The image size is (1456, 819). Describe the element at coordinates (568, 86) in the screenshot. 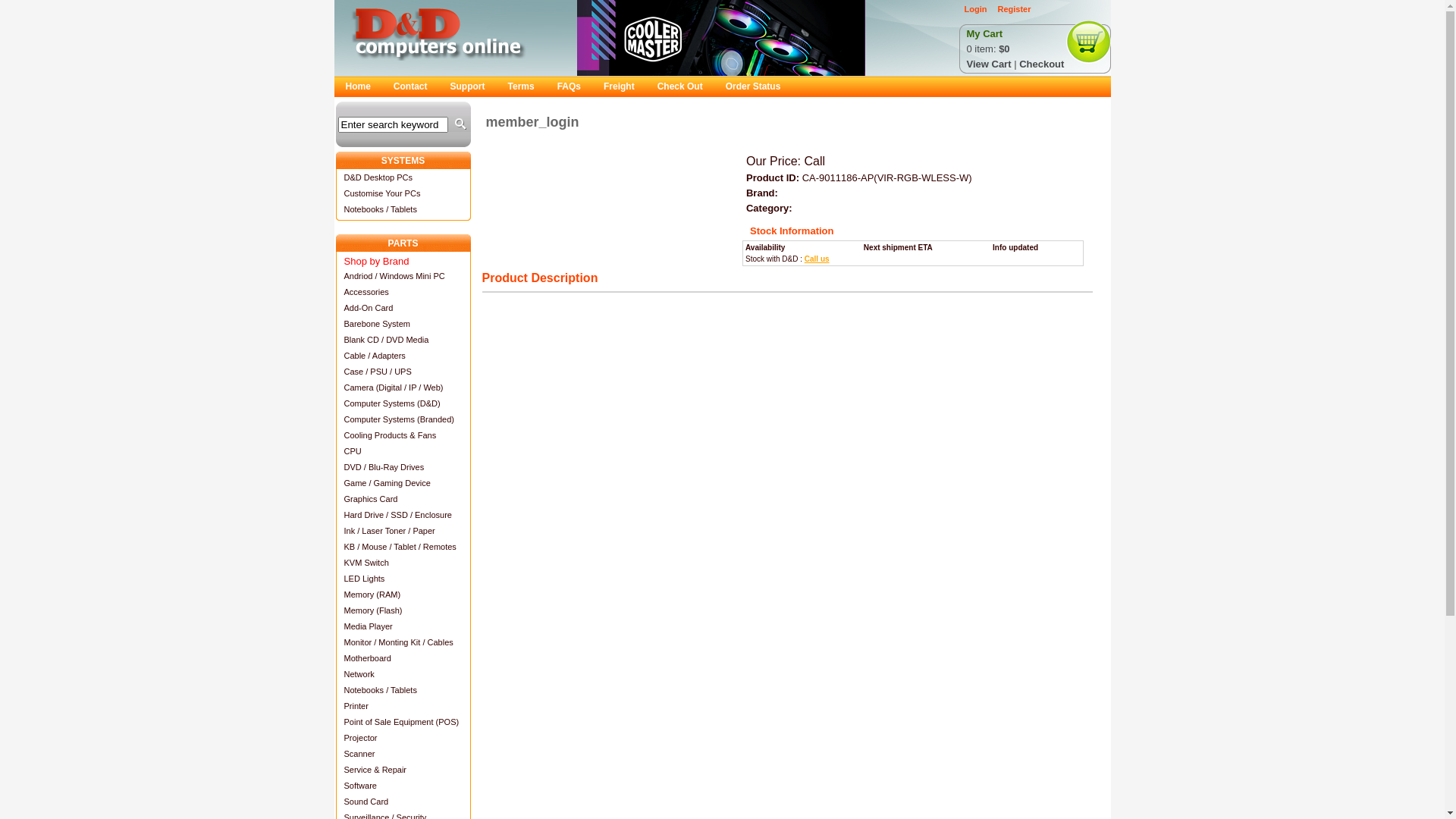

I see `'FAQs'` at that location.